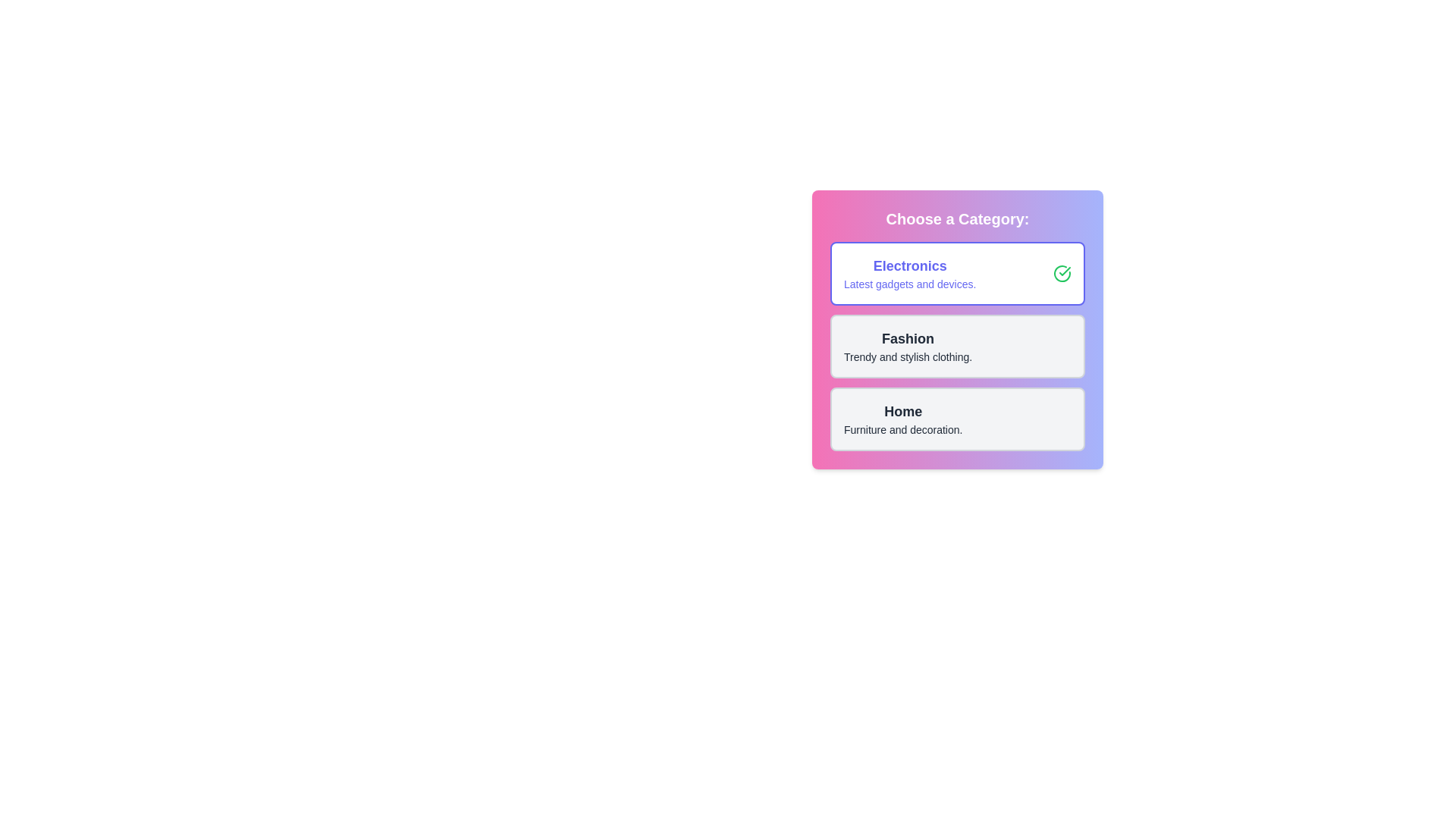  I want to click on the confirmation icon indicating the 'Electronics' category selection, located in the topmost section aligned with the title text, so click(1062, 274).